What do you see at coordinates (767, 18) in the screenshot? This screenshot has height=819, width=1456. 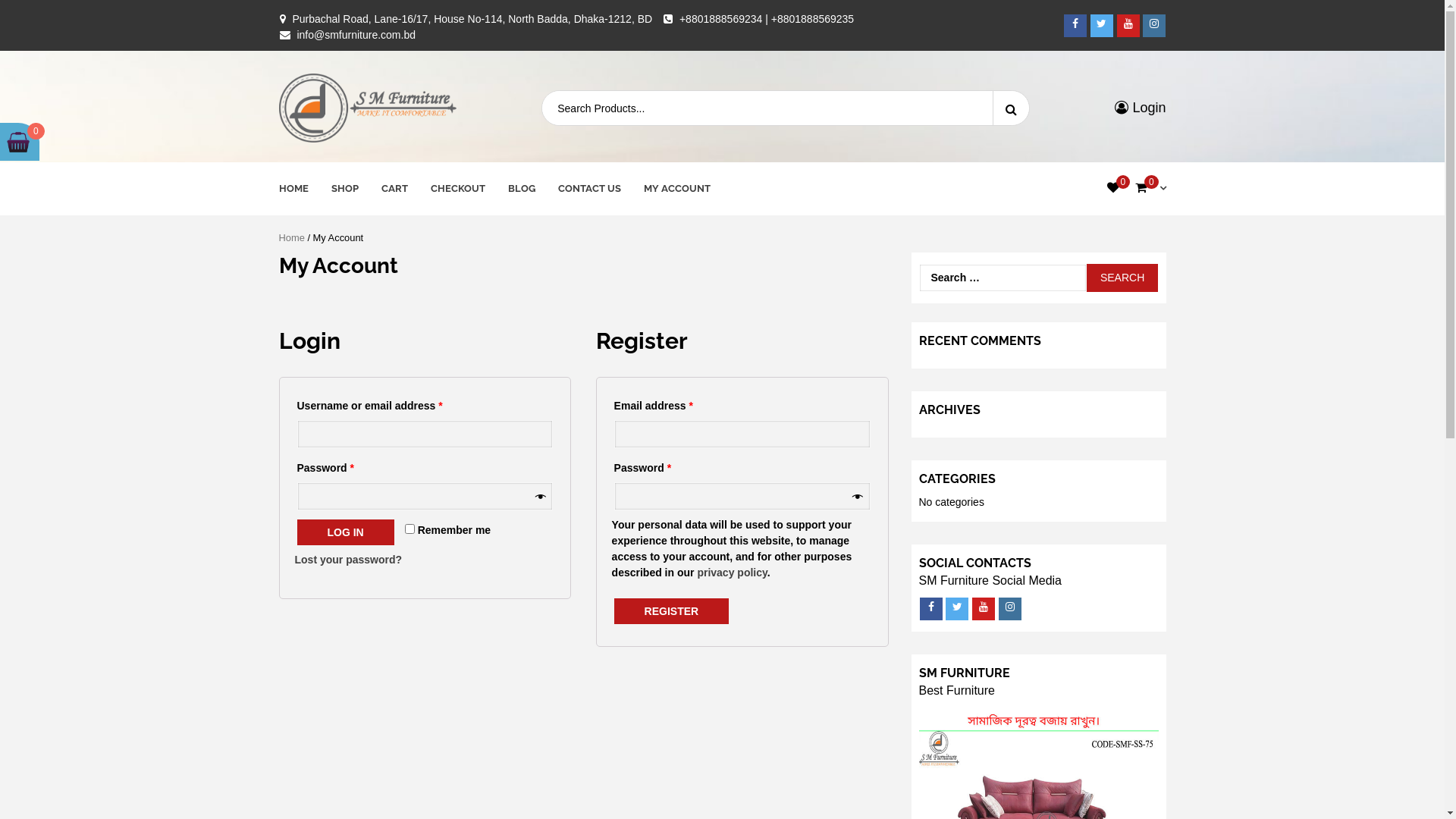 I see `'+8801888569234 | +8801888569235'` at bounding box center [767, 18].